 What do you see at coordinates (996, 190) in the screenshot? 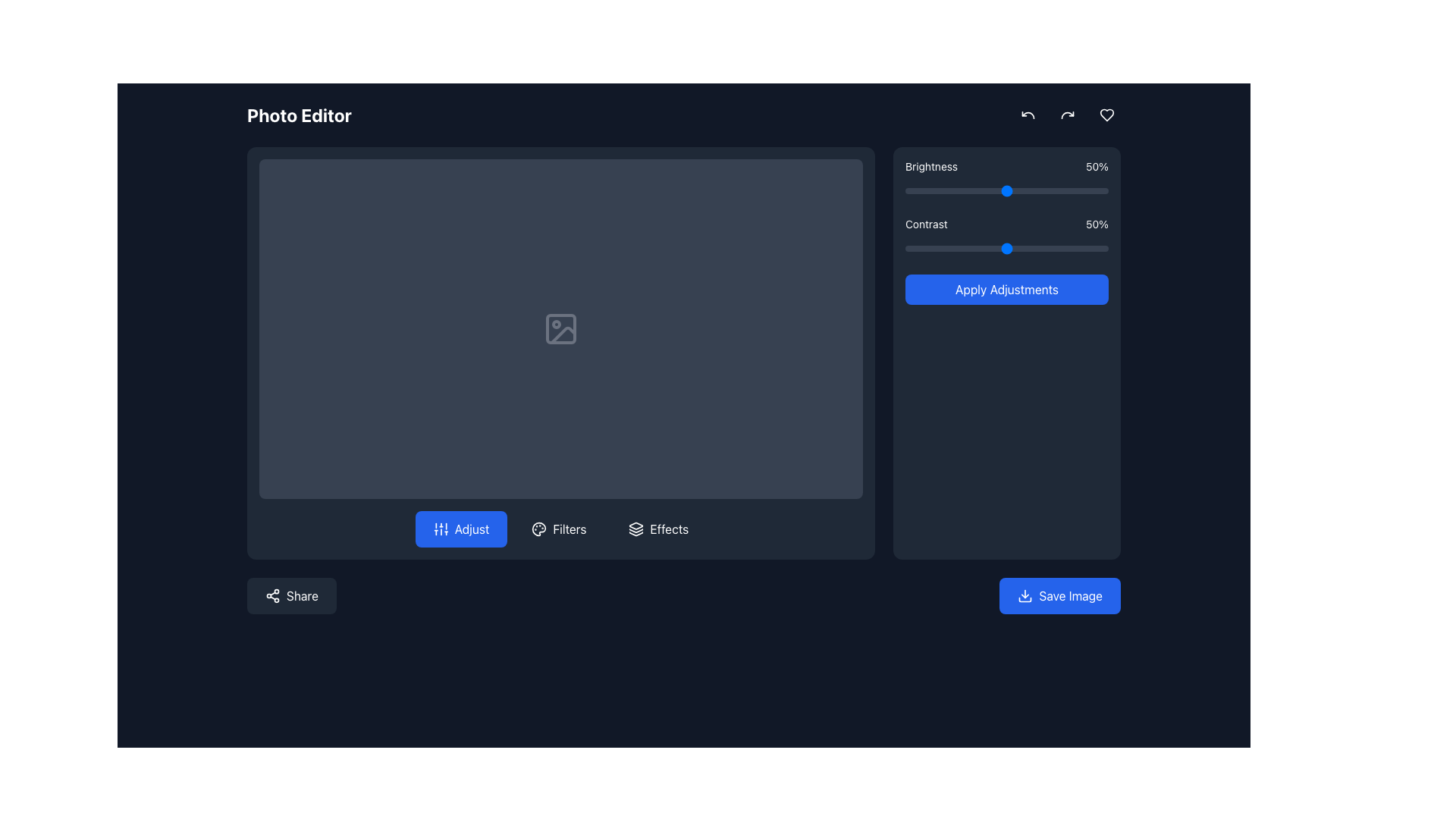
I see `brightness` at bounding box center [996, 190].